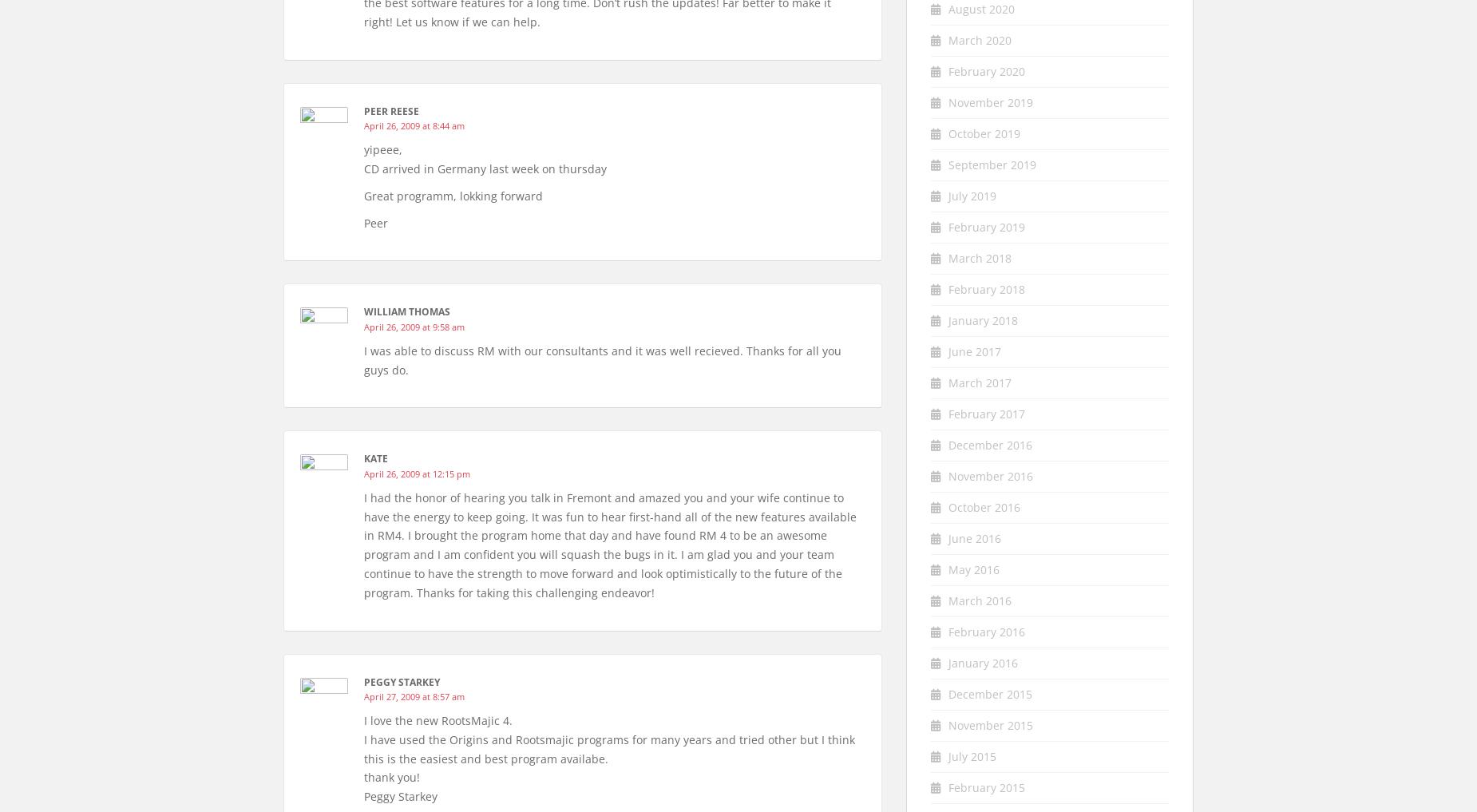 The width and height of the screenshot is (1477, 812). Describe the element at coordinates (383, 149) in the screenshot. I see `'yipeee,'` at that location.